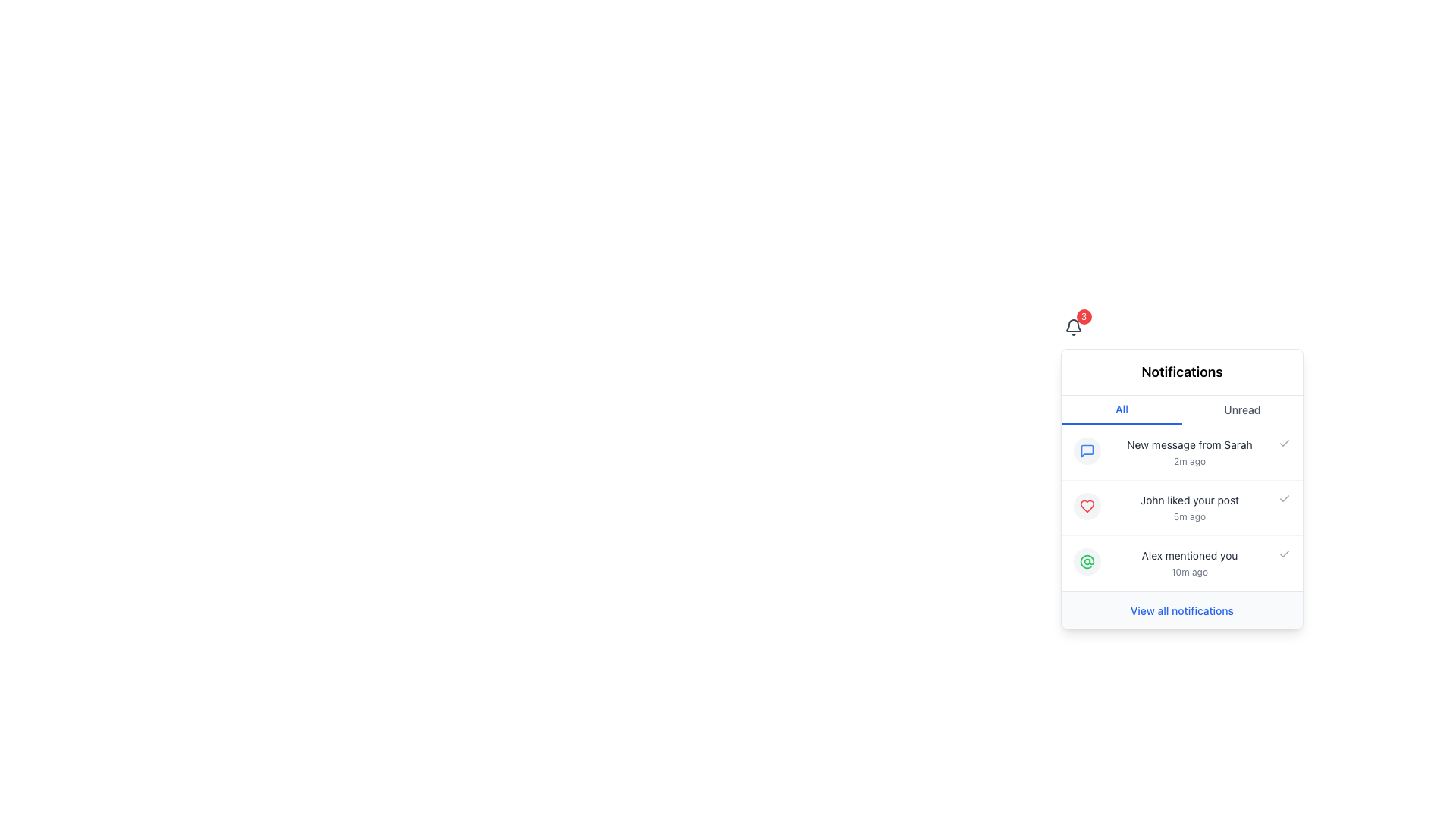  What do you see at coordinates (1284, 554) in the screenshot?
I see `the small gray button with a checkmark icon` at bounding box center [1284, 554].